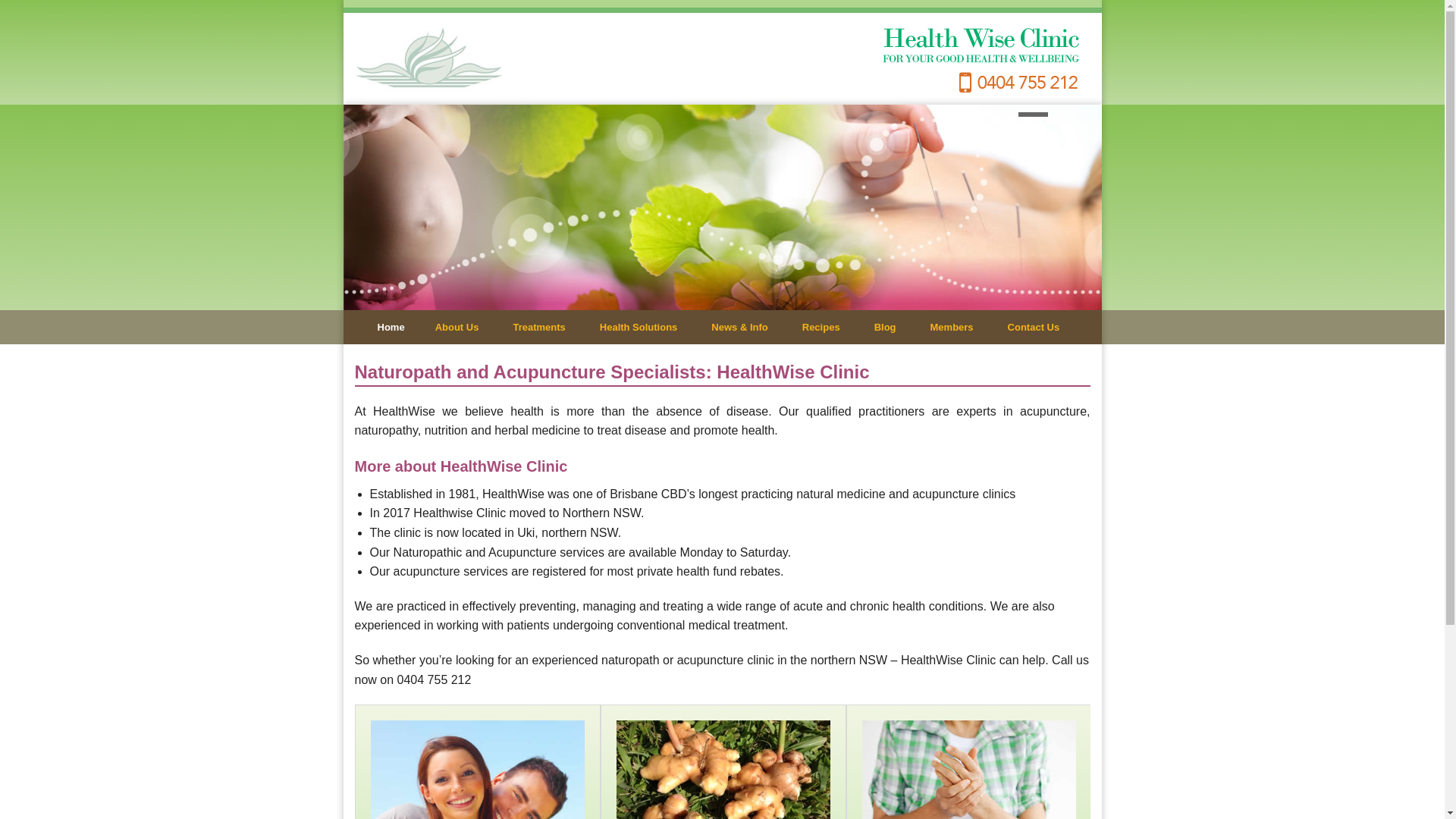 This screenshot has width=1456, height=819. I want to click on 'Contact Us', so click(1037, 326).